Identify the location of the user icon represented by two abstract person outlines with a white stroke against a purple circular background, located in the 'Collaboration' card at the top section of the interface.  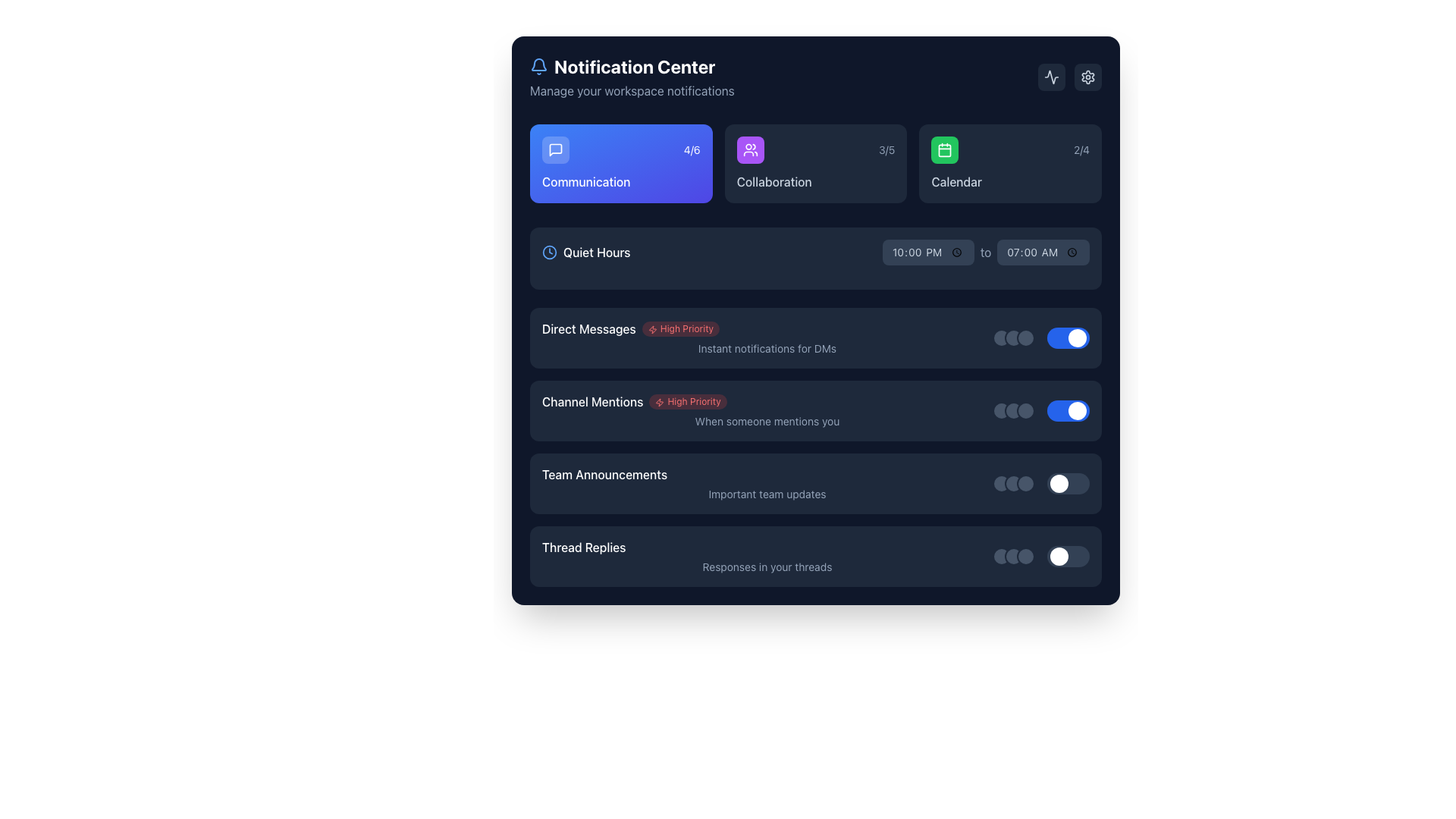
(750, 149).